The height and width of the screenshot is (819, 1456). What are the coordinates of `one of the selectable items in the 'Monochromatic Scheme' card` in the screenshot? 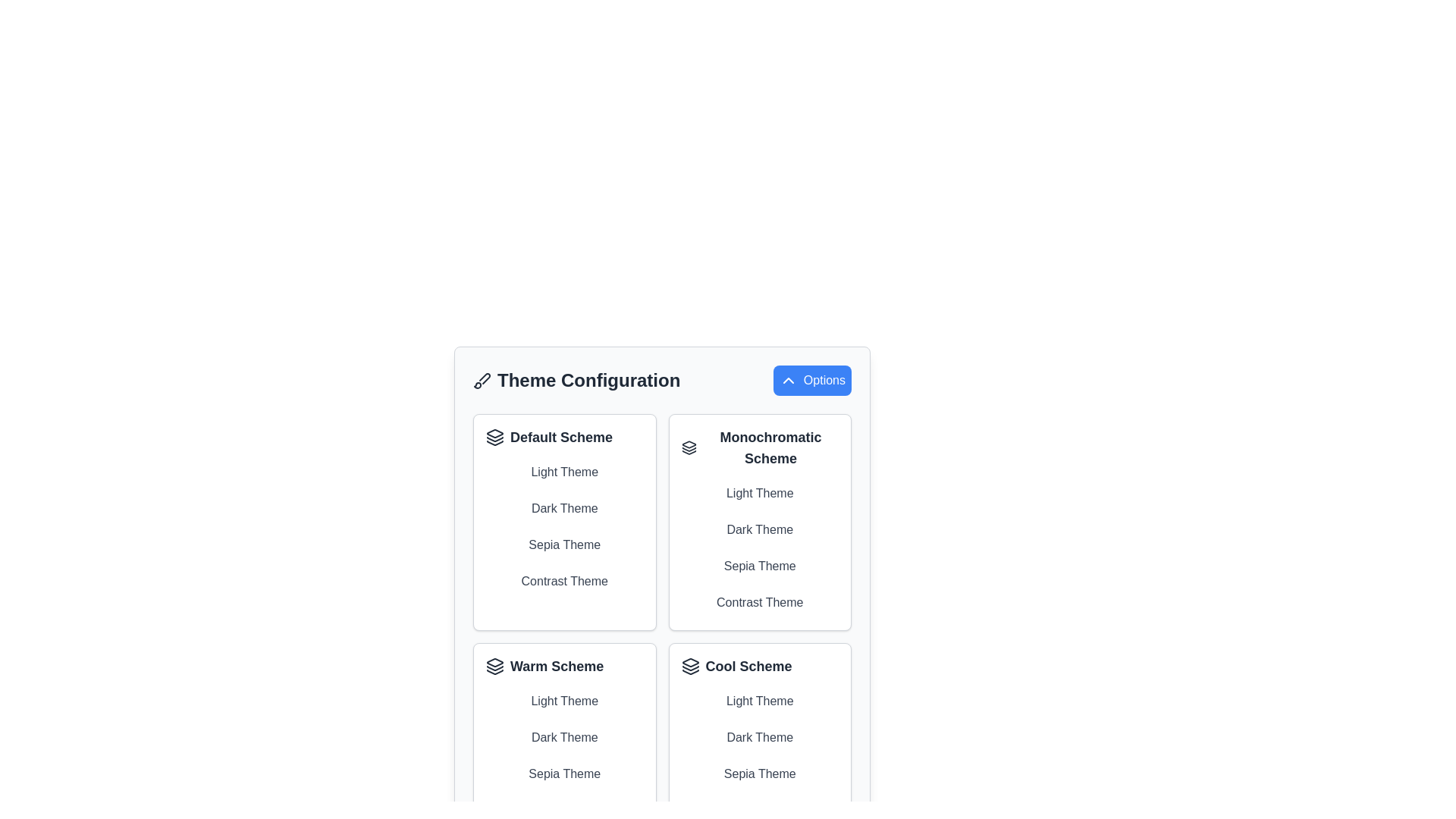 It's located at (760, 548).